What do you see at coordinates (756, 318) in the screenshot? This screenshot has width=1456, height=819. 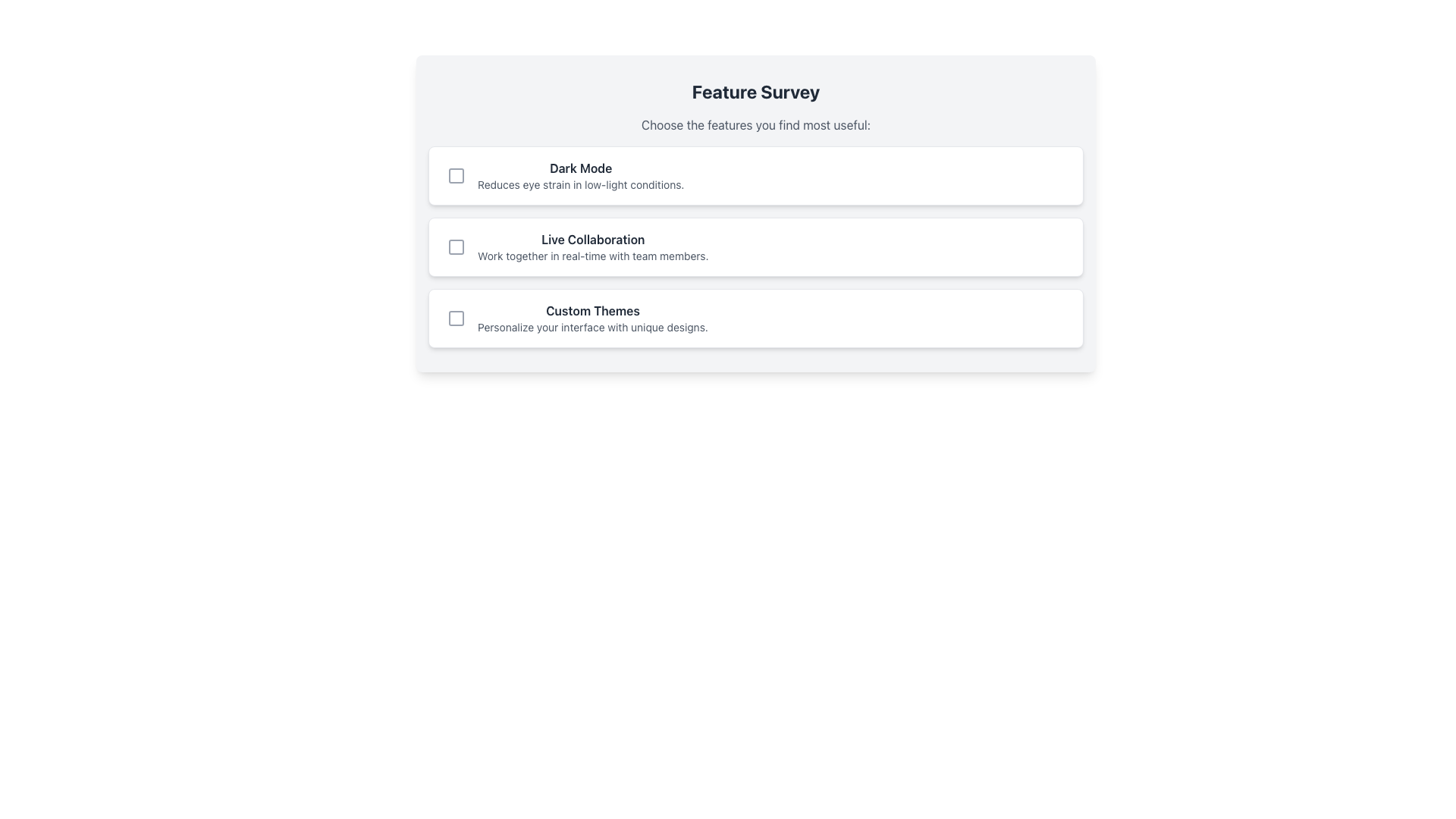 I see `the checkbox in the 'Custom Themes' card` at bounding box center [756, 318].